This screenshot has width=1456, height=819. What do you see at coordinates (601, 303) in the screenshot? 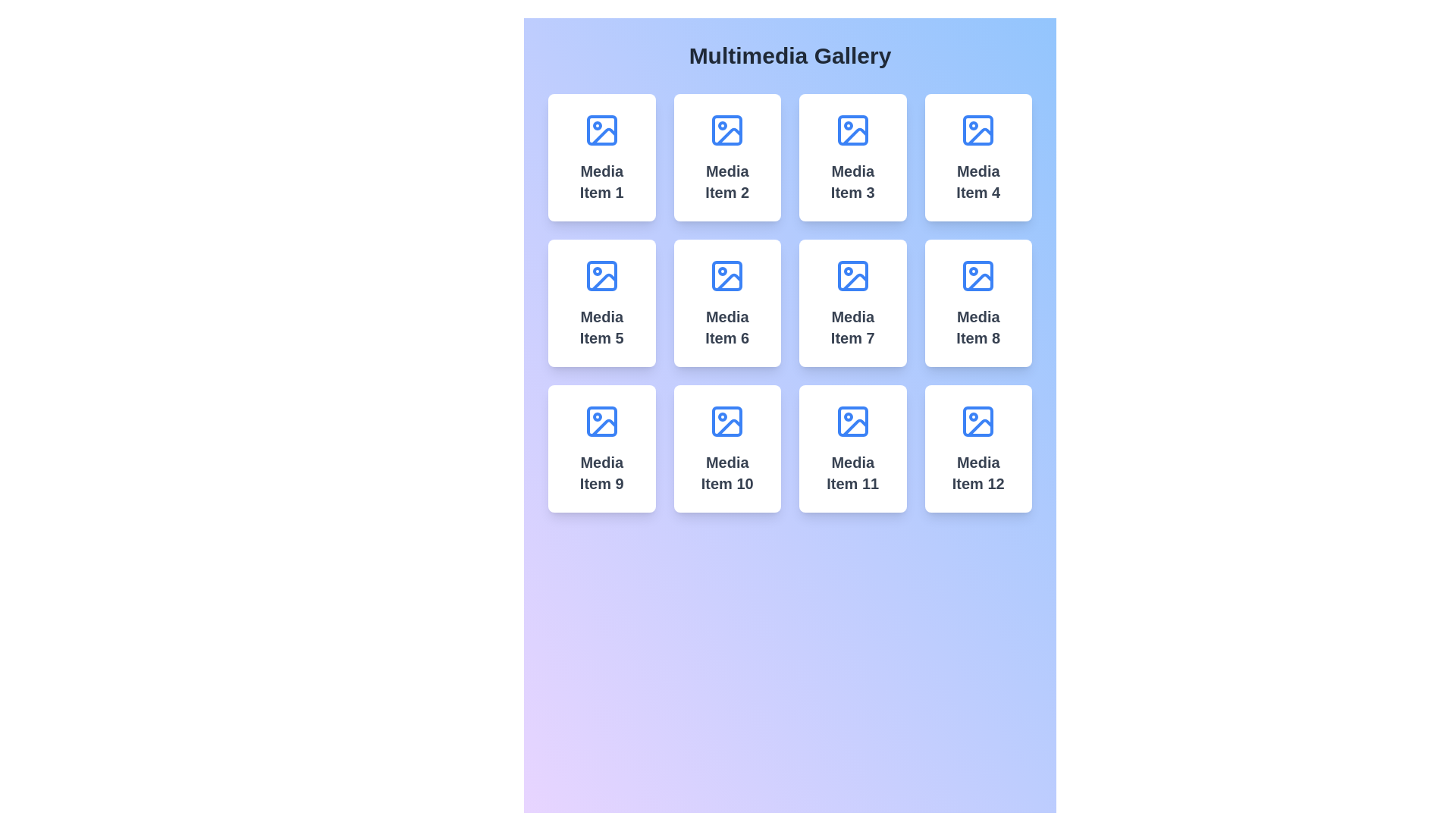
I see `the content card located in the second row and first column of the gallery` at bounding box center [601, 303].